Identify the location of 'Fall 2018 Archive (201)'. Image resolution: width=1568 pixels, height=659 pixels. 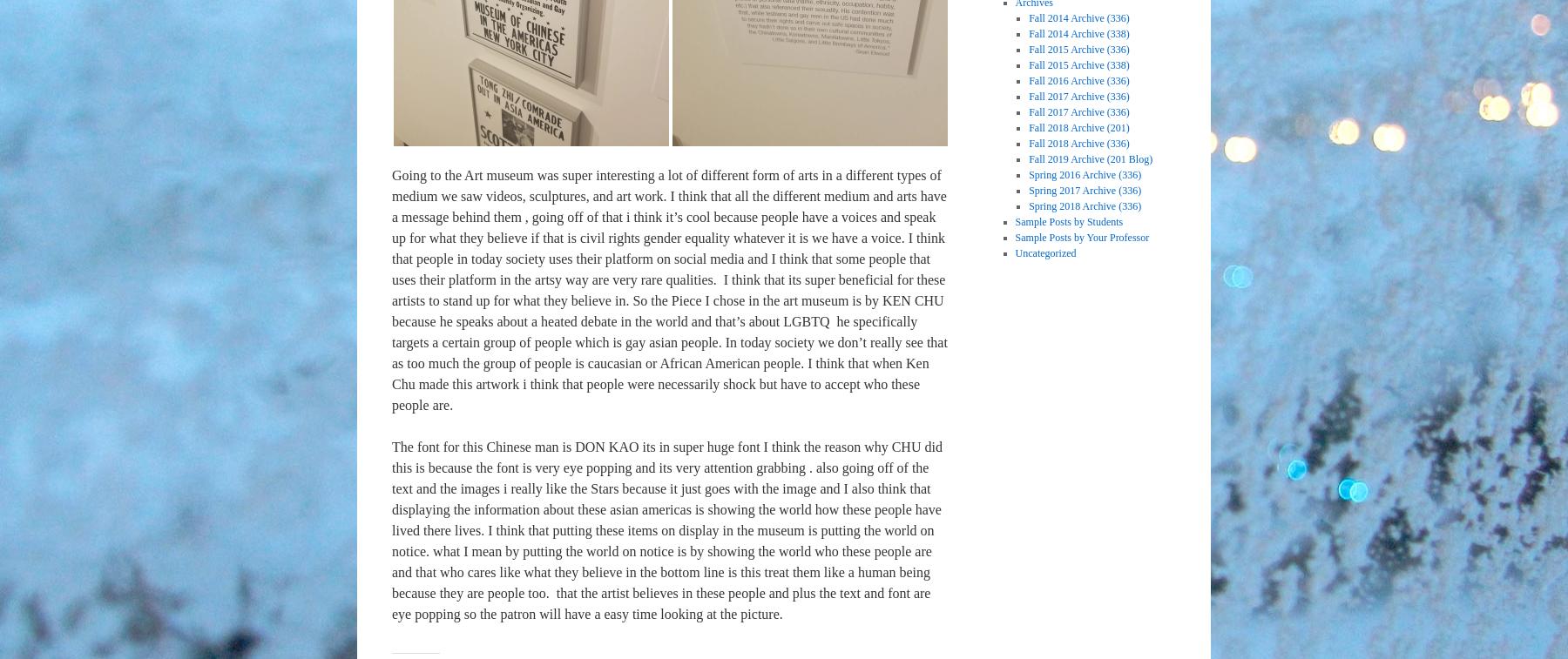
(1078, 127).